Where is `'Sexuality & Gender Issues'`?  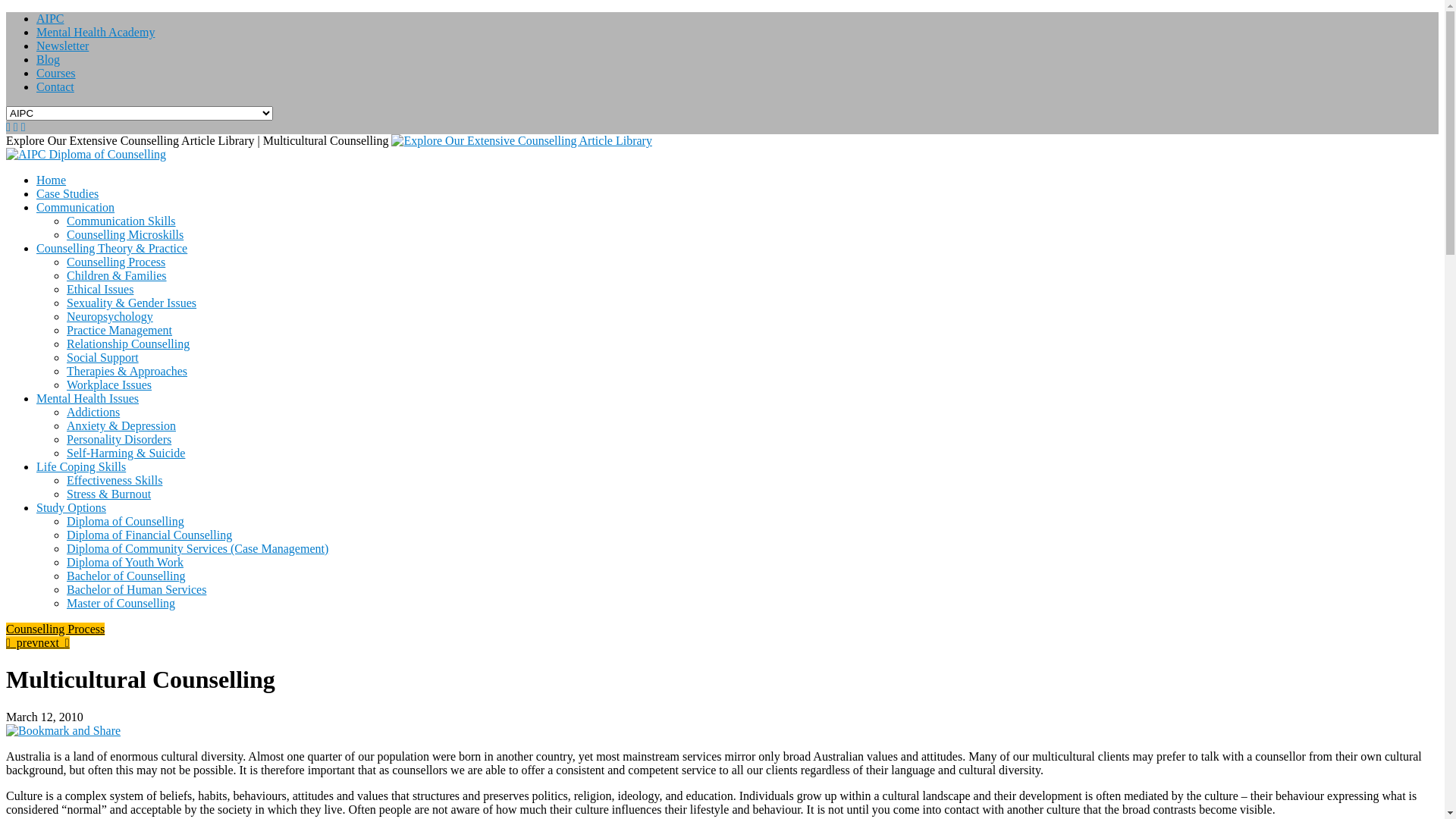 'Sexuality & Gender Issues' is located at coordinates (131, 303).